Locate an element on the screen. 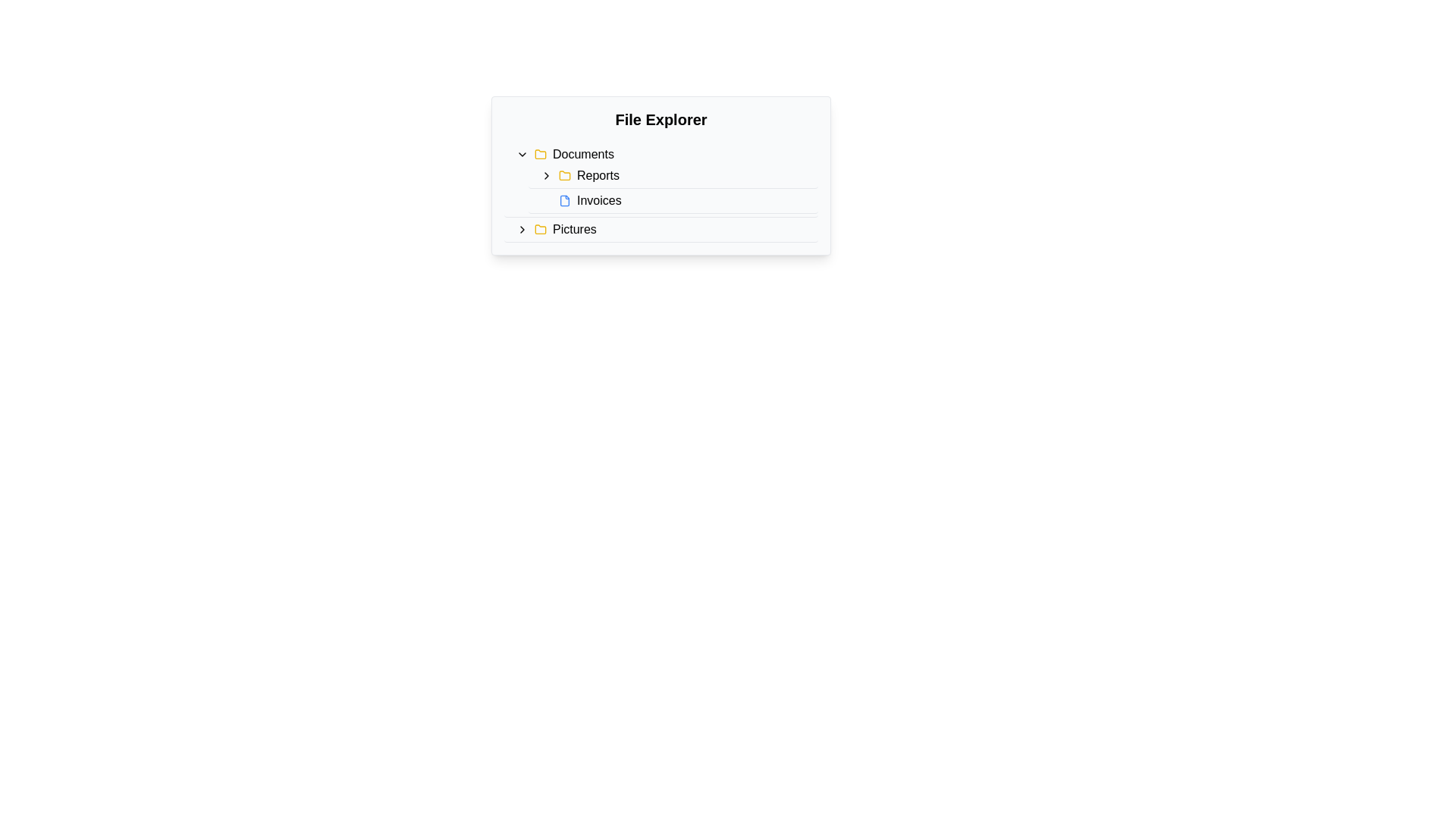  the chevron icon next to the 'Reports' label is located at coordinates (546, 174).